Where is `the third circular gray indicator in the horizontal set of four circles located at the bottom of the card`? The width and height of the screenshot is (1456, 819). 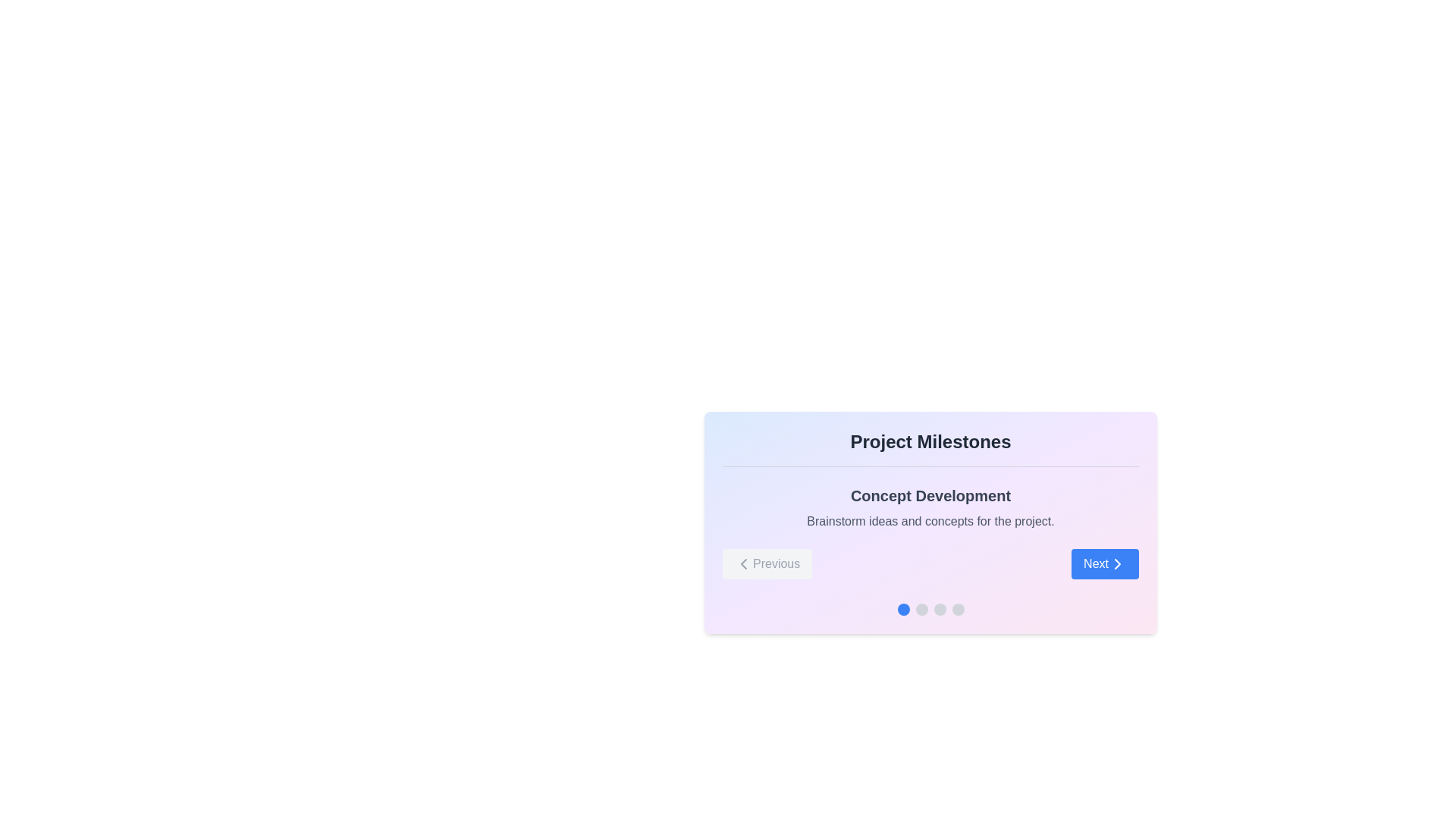
the third circular gray indicator in the horizontal set of four circles located at the bottom of the card is located at coordinates (939, 608).